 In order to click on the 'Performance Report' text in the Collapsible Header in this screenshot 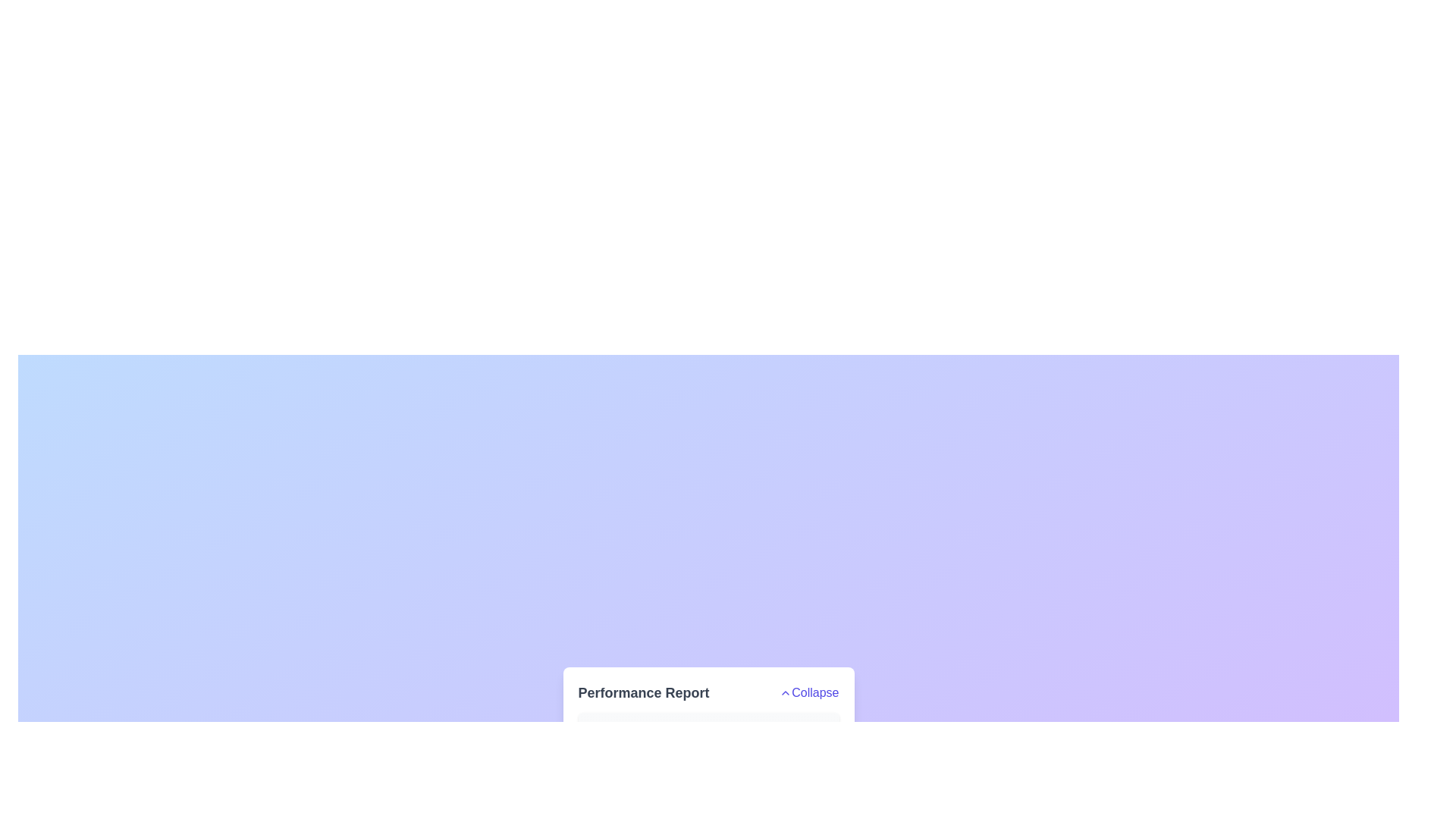, I will do `click(708, 693)`.